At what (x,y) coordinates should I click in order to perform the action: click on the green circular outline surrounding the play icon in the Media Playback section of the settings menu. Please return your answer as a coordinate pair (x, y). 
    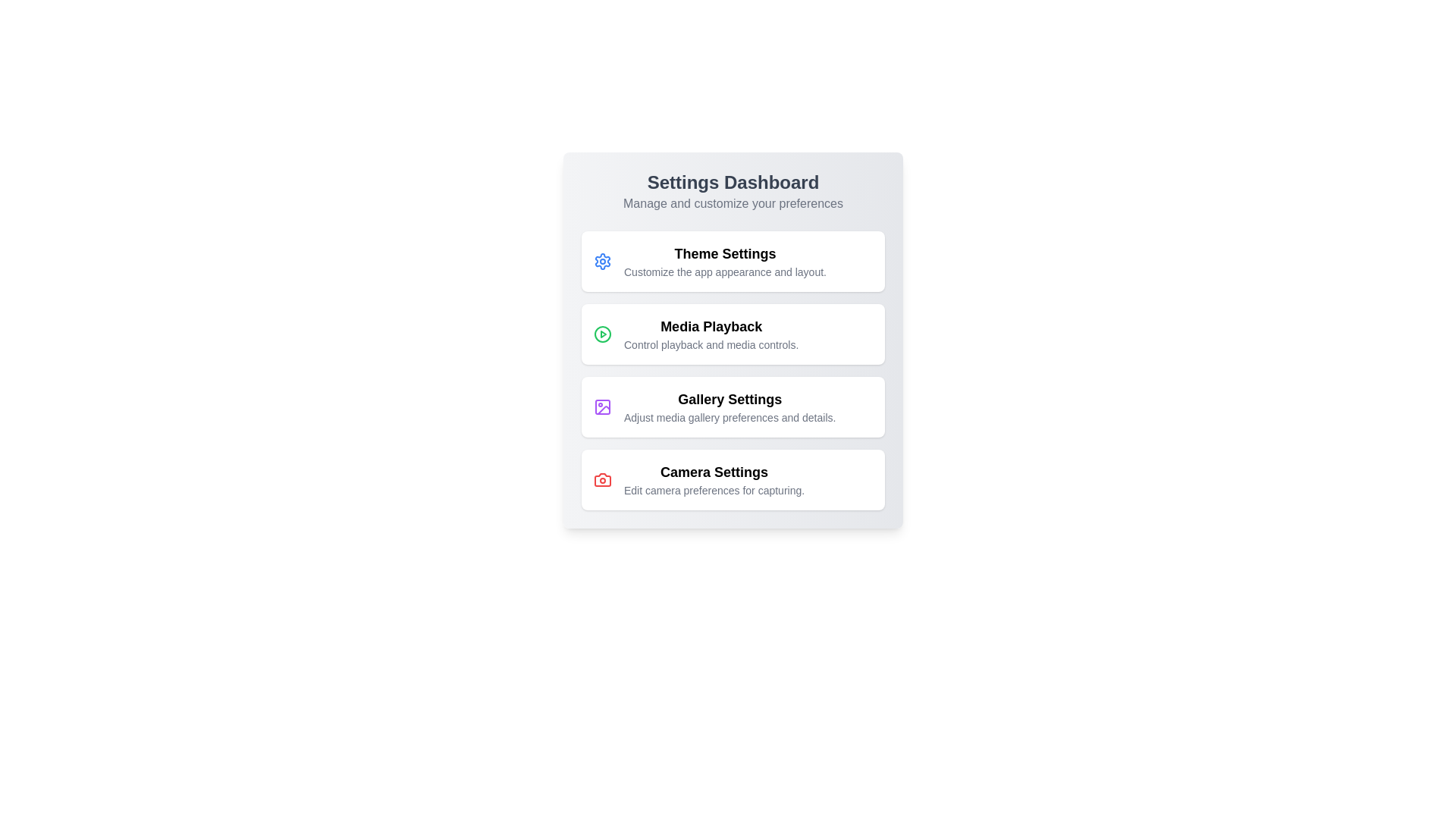
    Looking at the image, I should click on (602, 333).